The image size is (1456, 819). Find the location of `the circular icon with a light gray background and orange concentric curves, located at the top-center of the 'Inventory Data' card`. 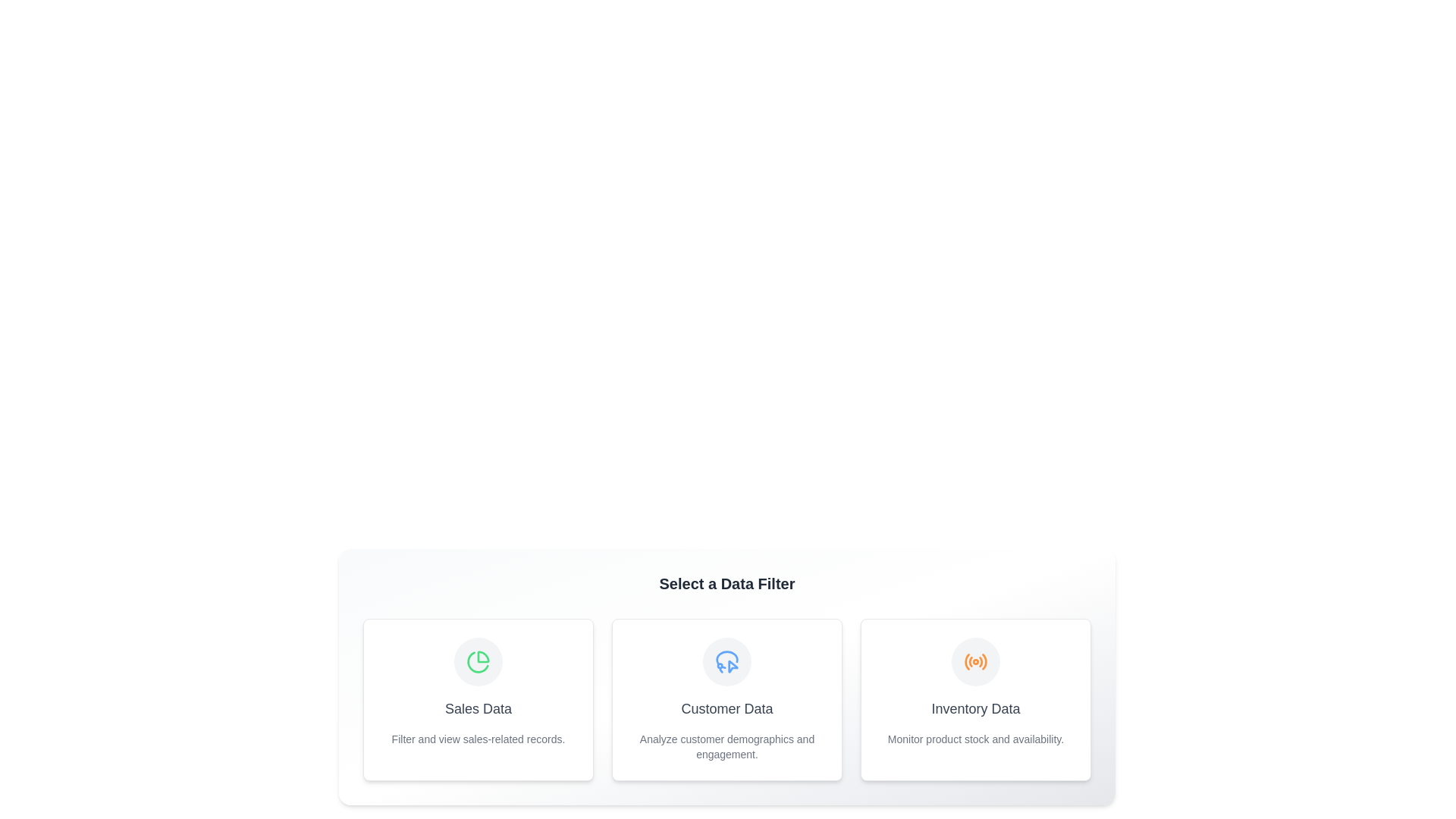

the circular icon with a light gray background and orange concentric curves, located at the top-center of the 'Inventory Data' card is located at coordinates (975, 661).